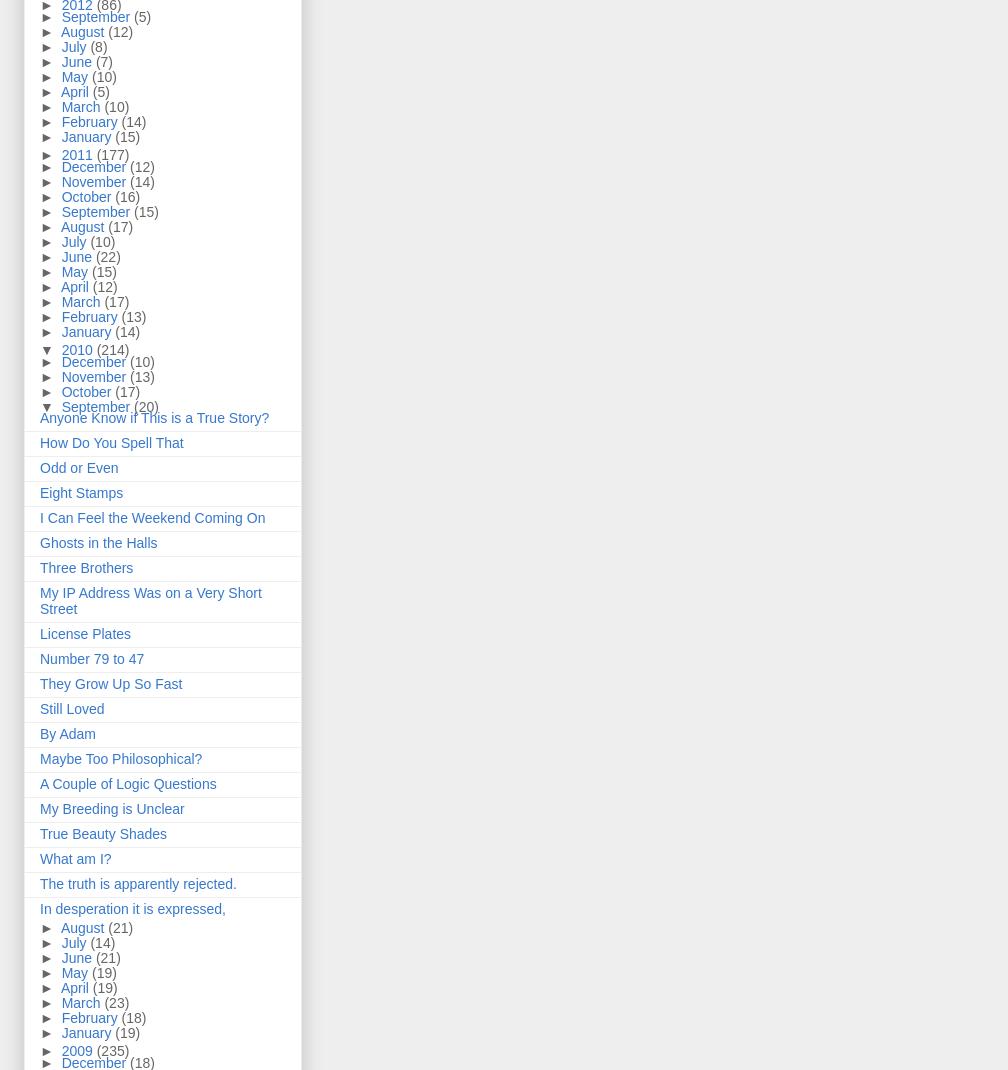 The height and width of the screenshot is (1070, 1008). I want to click on '(177)', so click(112, 155).